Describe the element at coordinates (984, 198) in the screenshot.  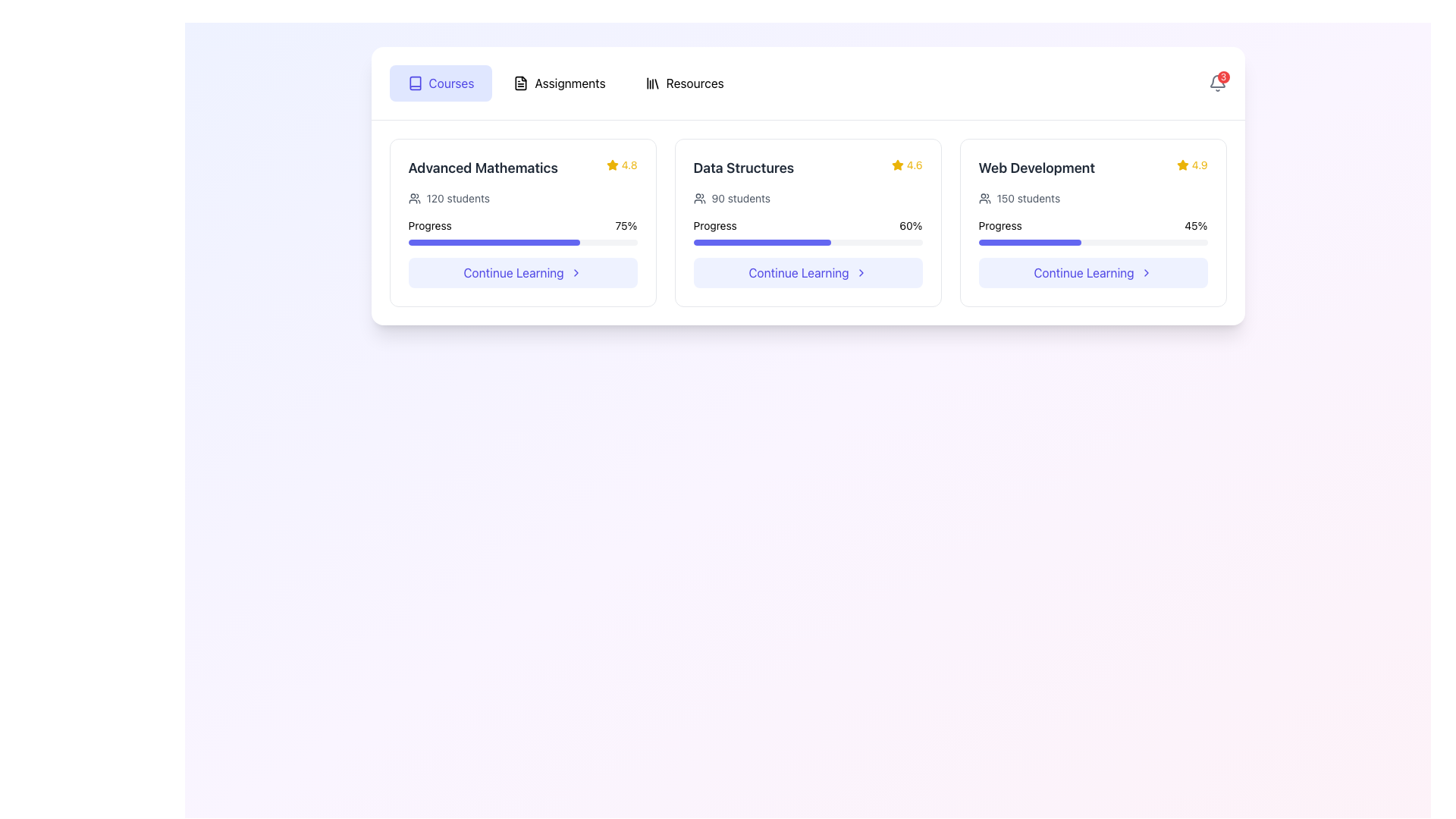
I see `the user icon located to the left of the '150 students' text, which signifies a group of individuals` at that location.